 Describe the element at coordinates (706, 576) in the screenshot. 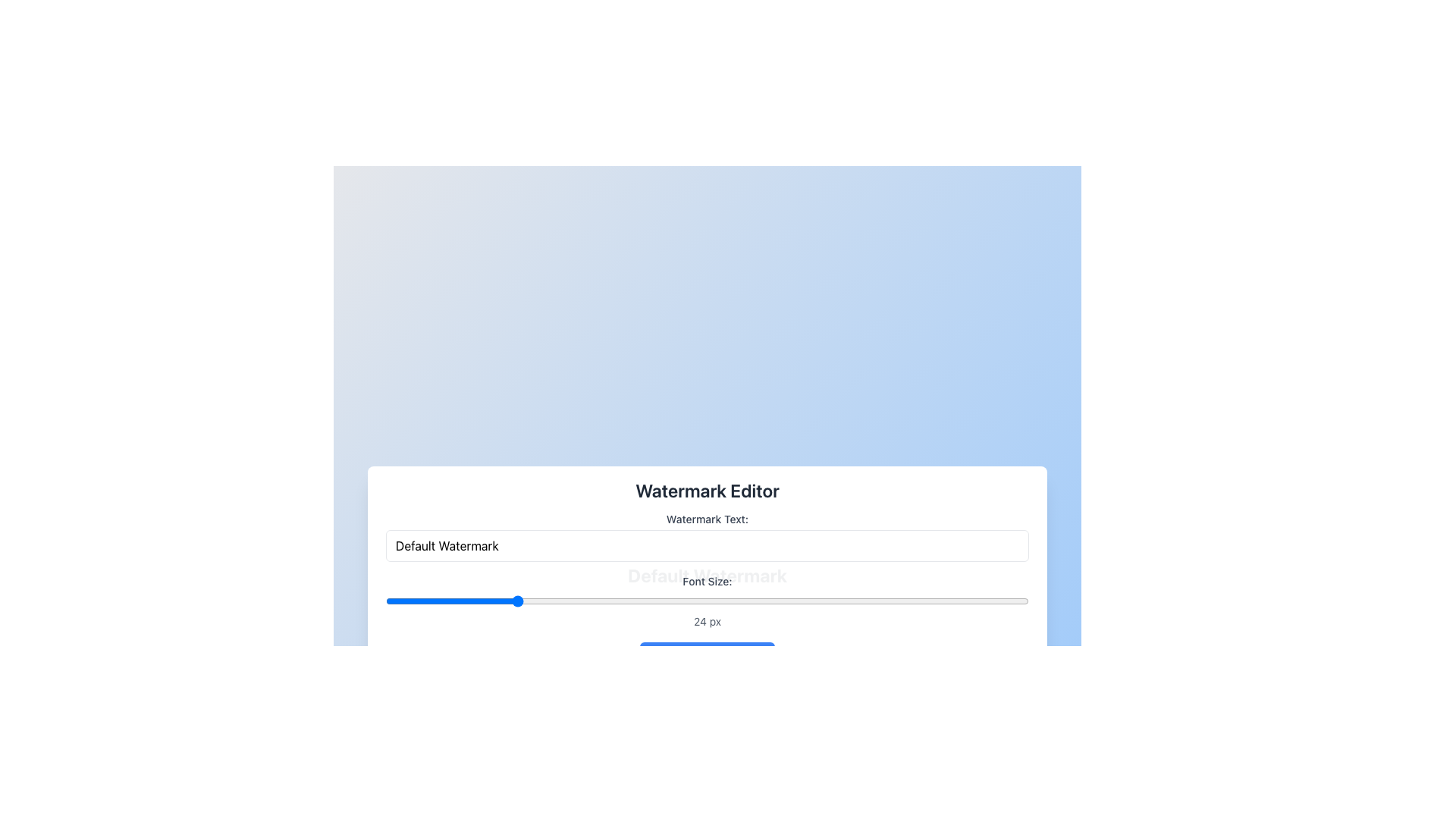

I see `the static text label displaying the default watermark text, which is centrally positioned below the 'Font Size:' label and aligns with sliders` at that location.